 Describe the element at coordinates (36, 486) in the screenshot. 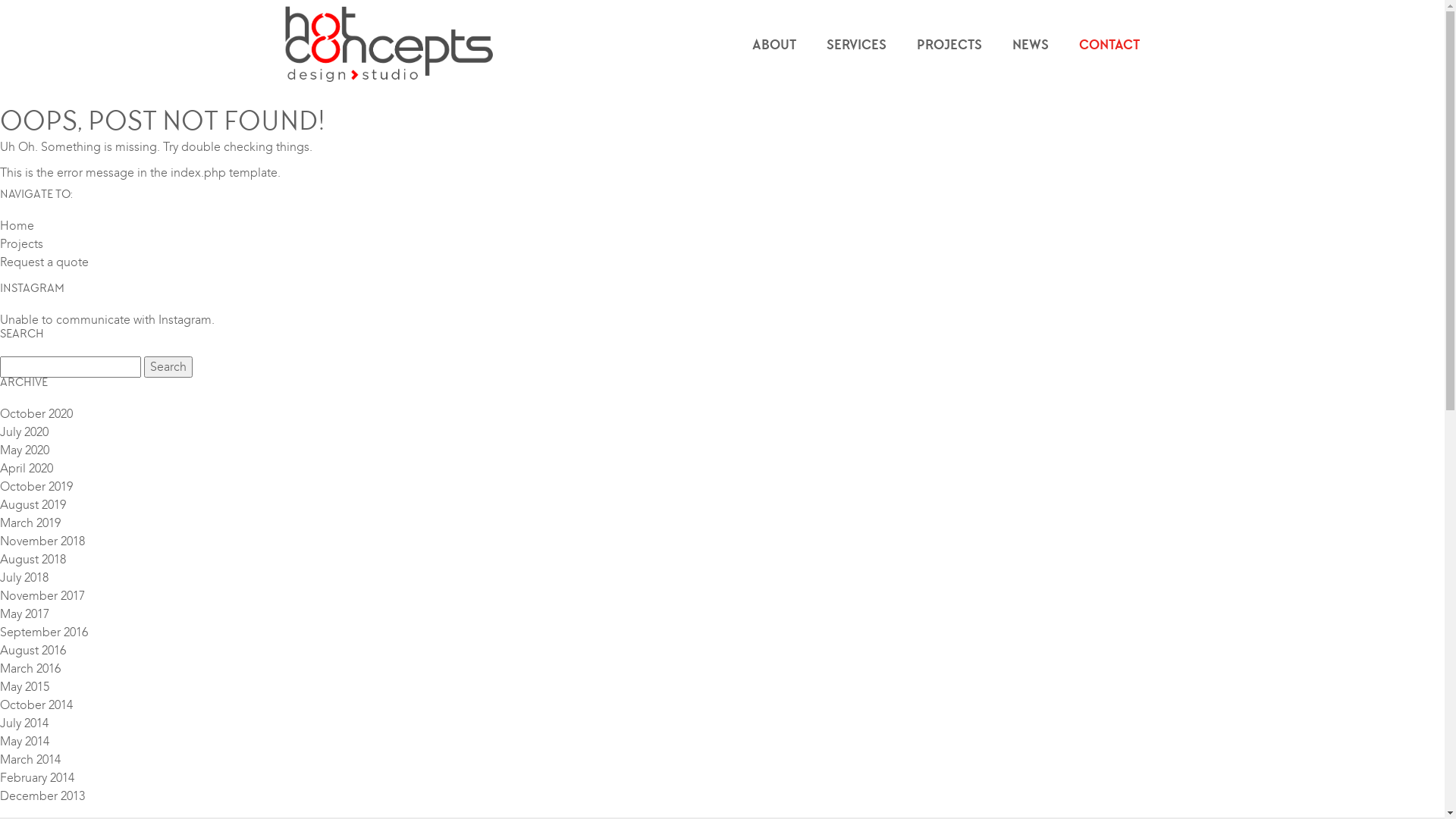

I see `'October 2019'` at that location.